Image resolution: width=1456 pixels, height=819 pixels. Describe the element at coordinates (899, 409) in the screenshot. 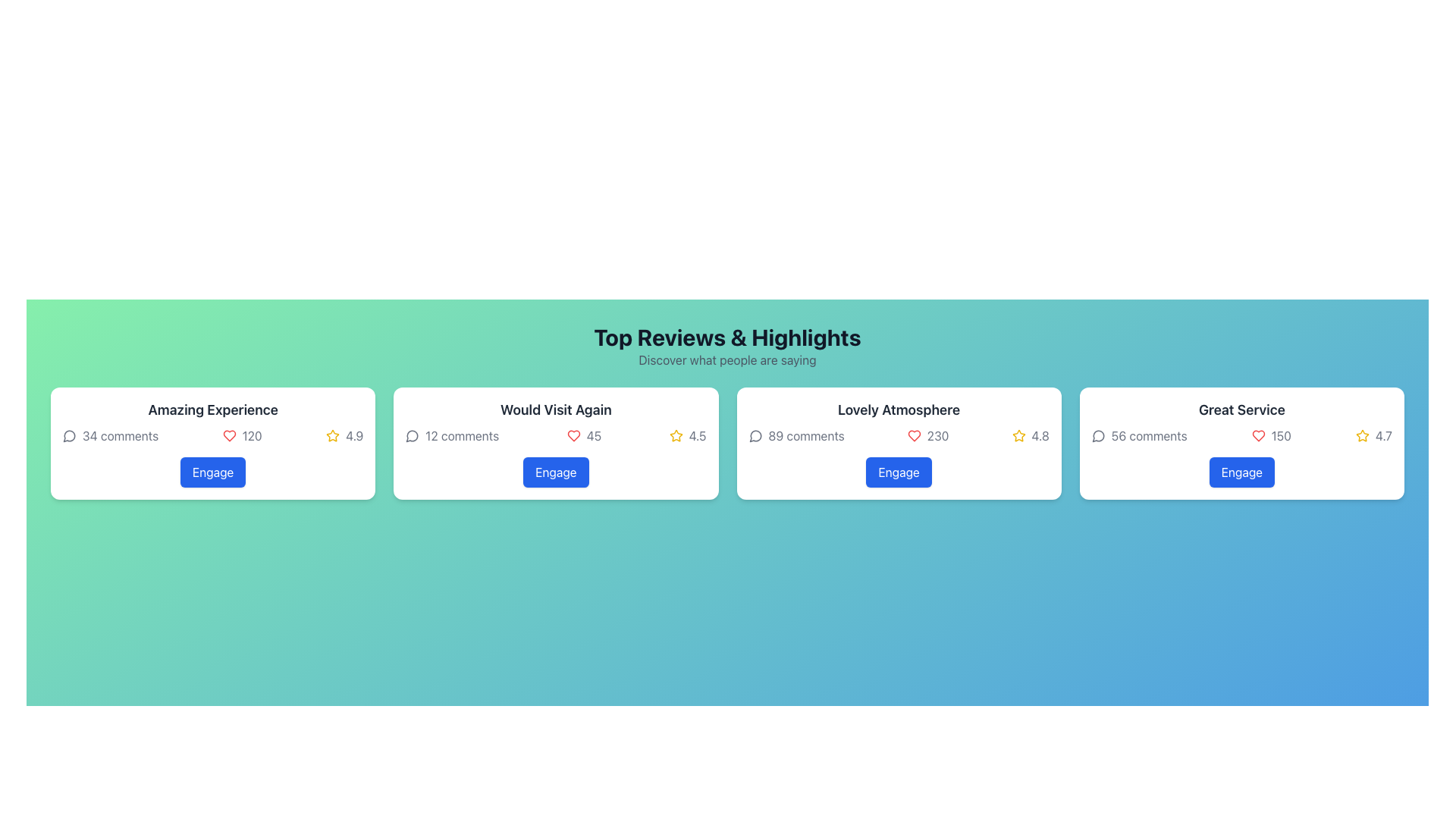

I see `the Text Display element that serves as a title or summary for the content of the card, located near the top of a card in the third column of a horizontally aligned grid, between 'Would Visit Again' and 'Great Service'` at that location.